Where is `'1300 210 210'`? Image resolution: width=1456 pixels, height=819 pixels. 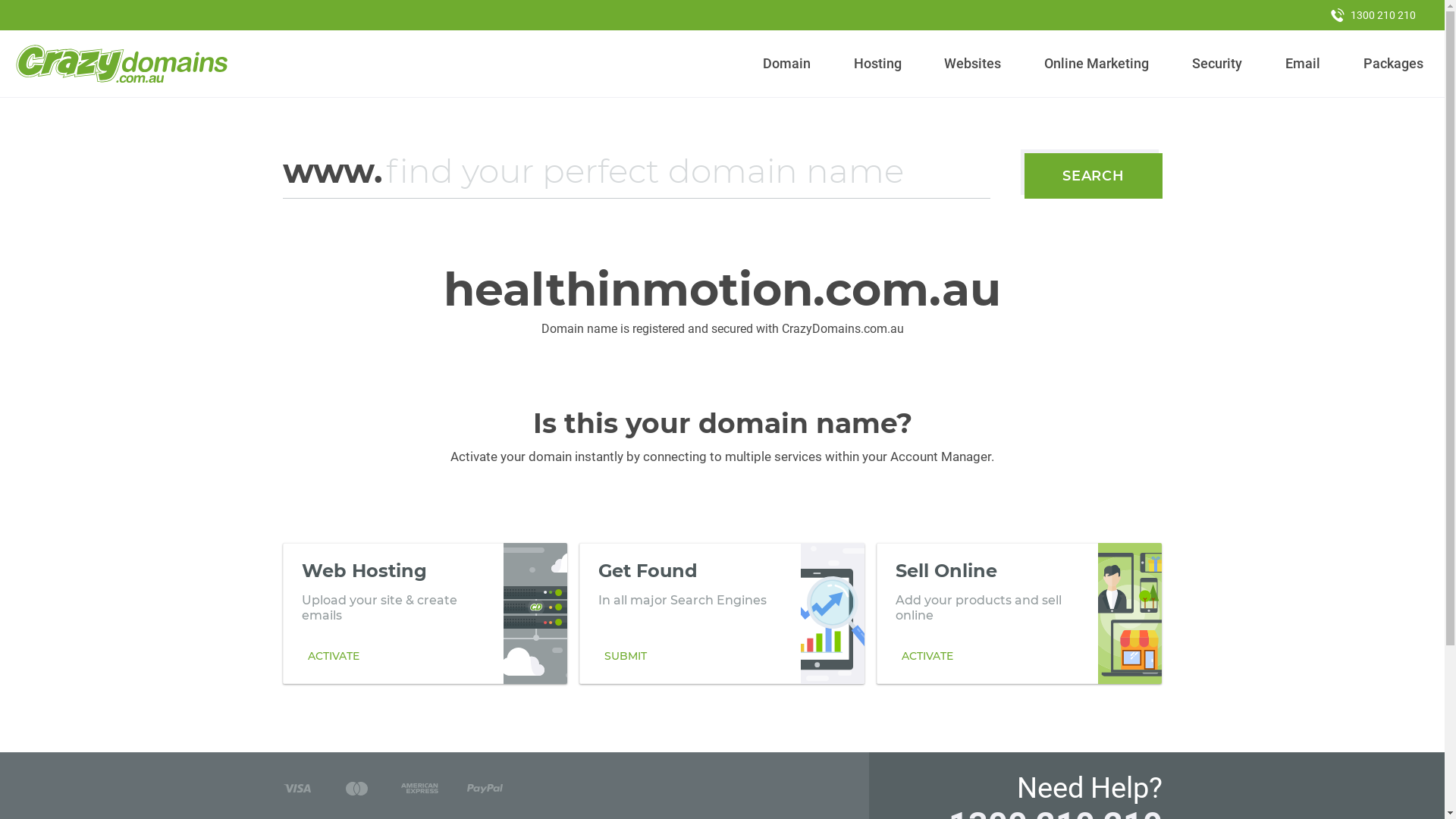
'1300 210 210' is located at coordinates (1316, 14).